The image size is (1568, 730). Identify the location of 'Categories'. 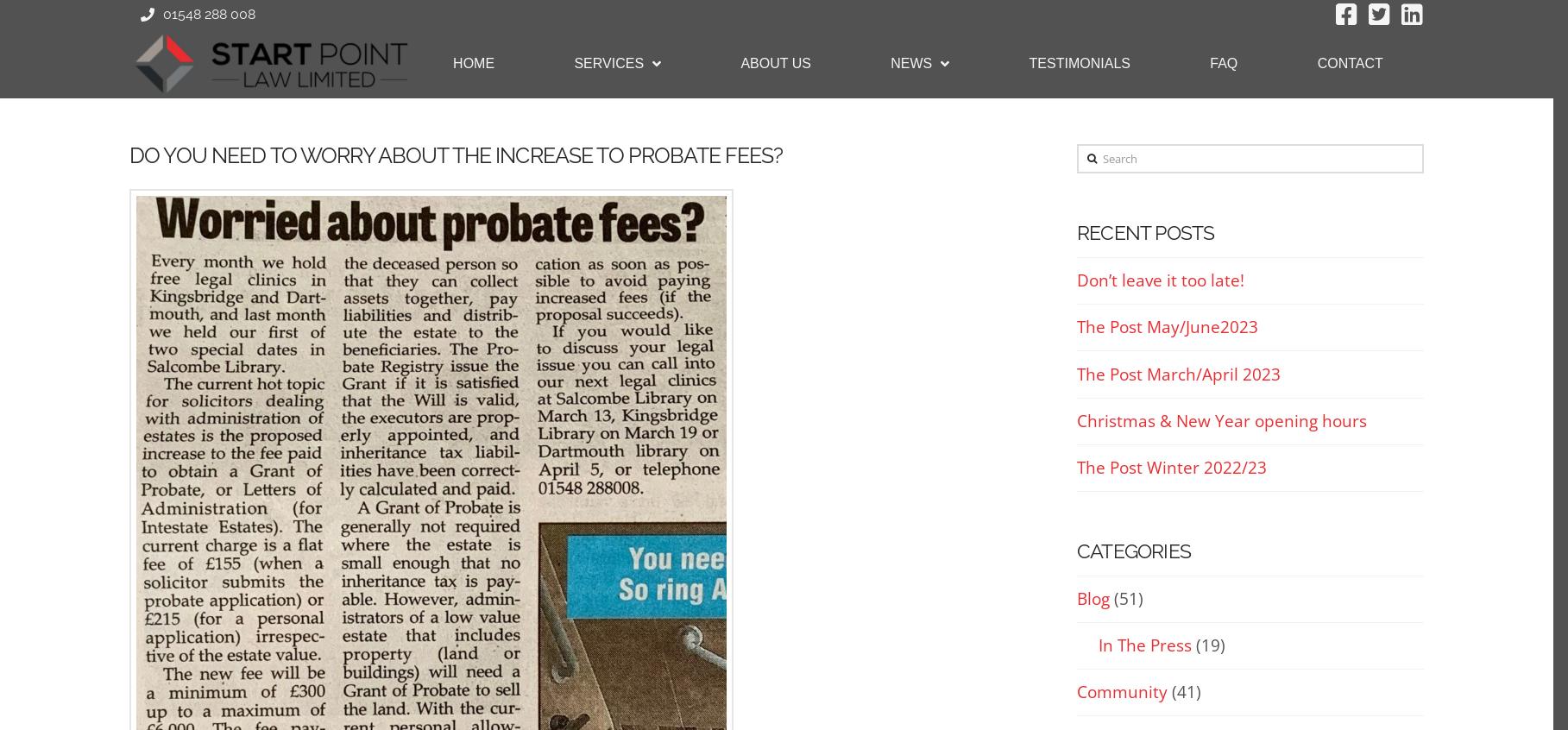
(1134, 550).